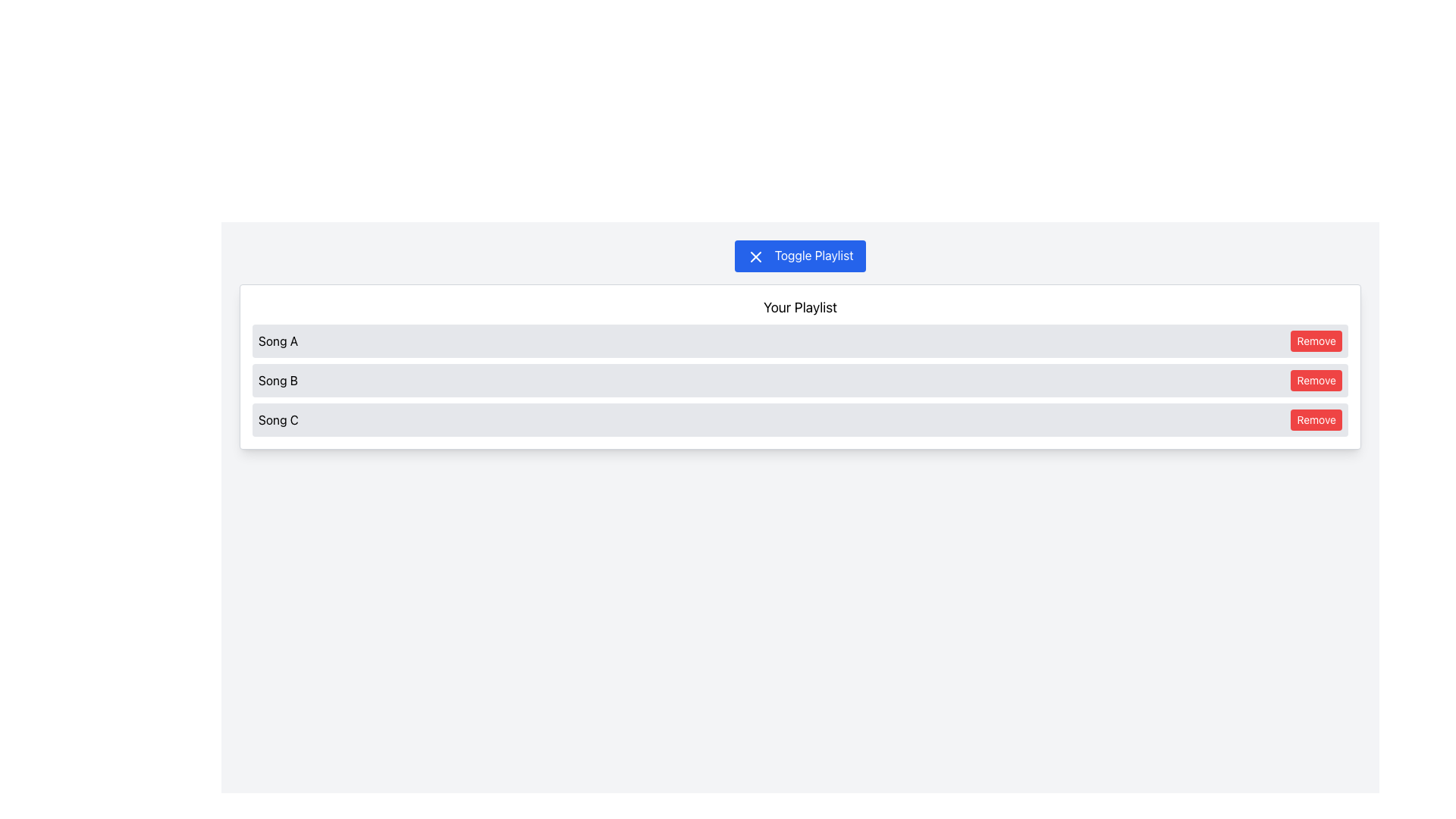 Image resolution: width=1456 pixels, height=819 pixels. What do you see at coordinates (756, 256) in the screenshot?
I see `the 'X' icon representing a cancel symbol within the 'Toggle Playlist' button, located near the top center of the interface` at bounding box center [756, 256].